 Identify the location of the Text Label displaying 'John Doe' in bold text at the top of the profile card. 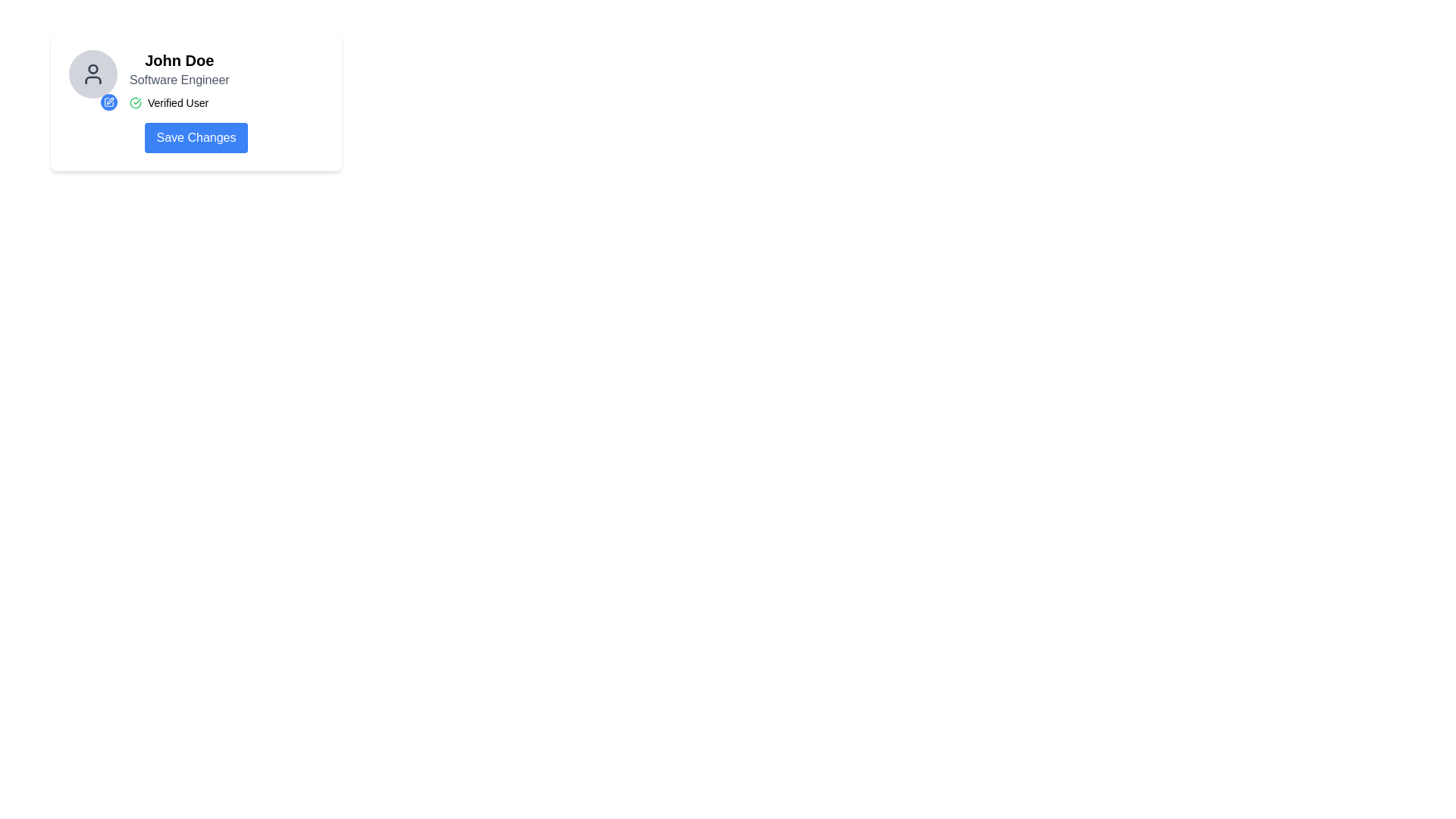
(179, 60).